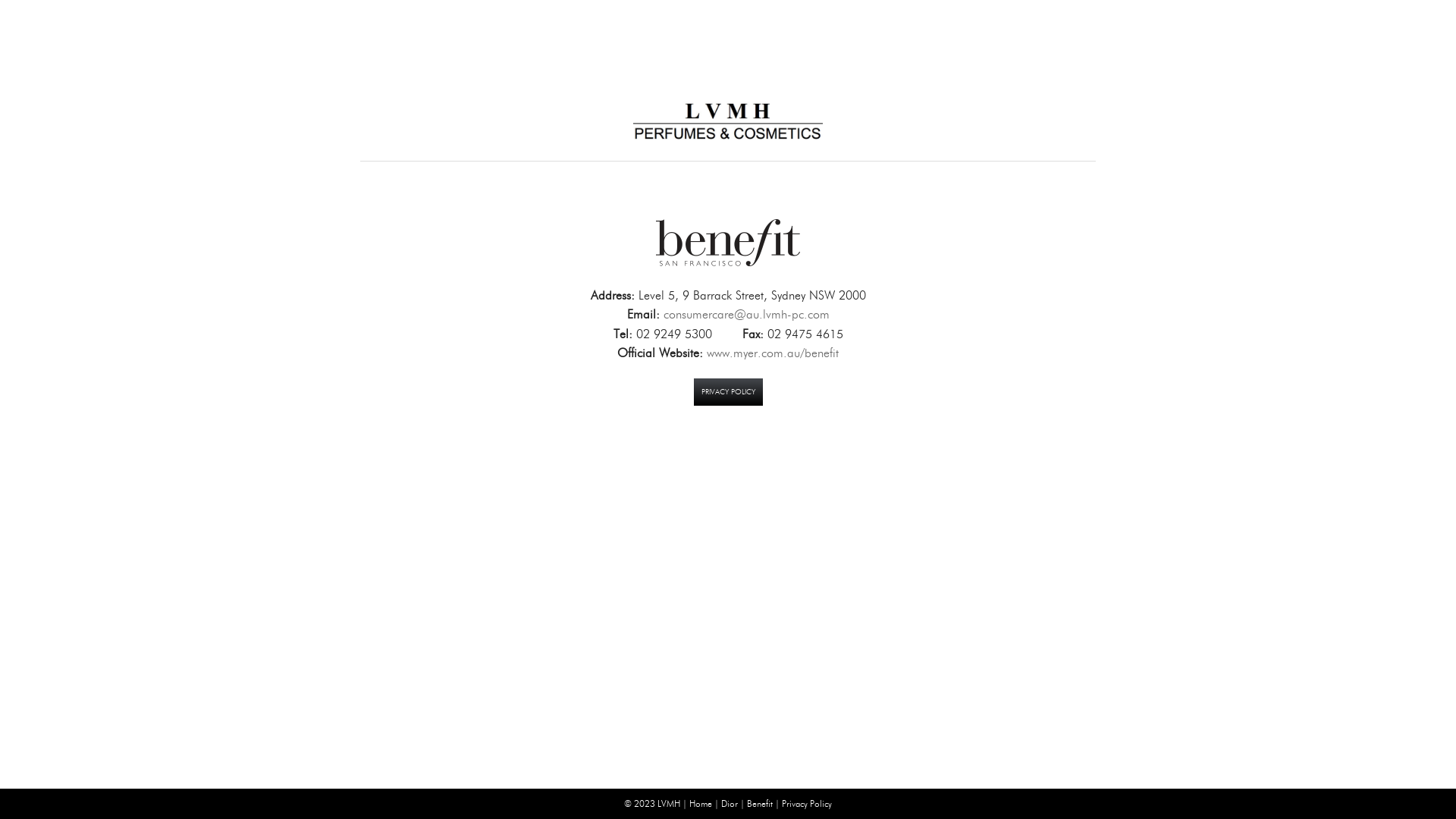  What do you see at coordinates (746, 802) in the screenshot?
I see `'Benefit'` at bounding box center [746, 802].